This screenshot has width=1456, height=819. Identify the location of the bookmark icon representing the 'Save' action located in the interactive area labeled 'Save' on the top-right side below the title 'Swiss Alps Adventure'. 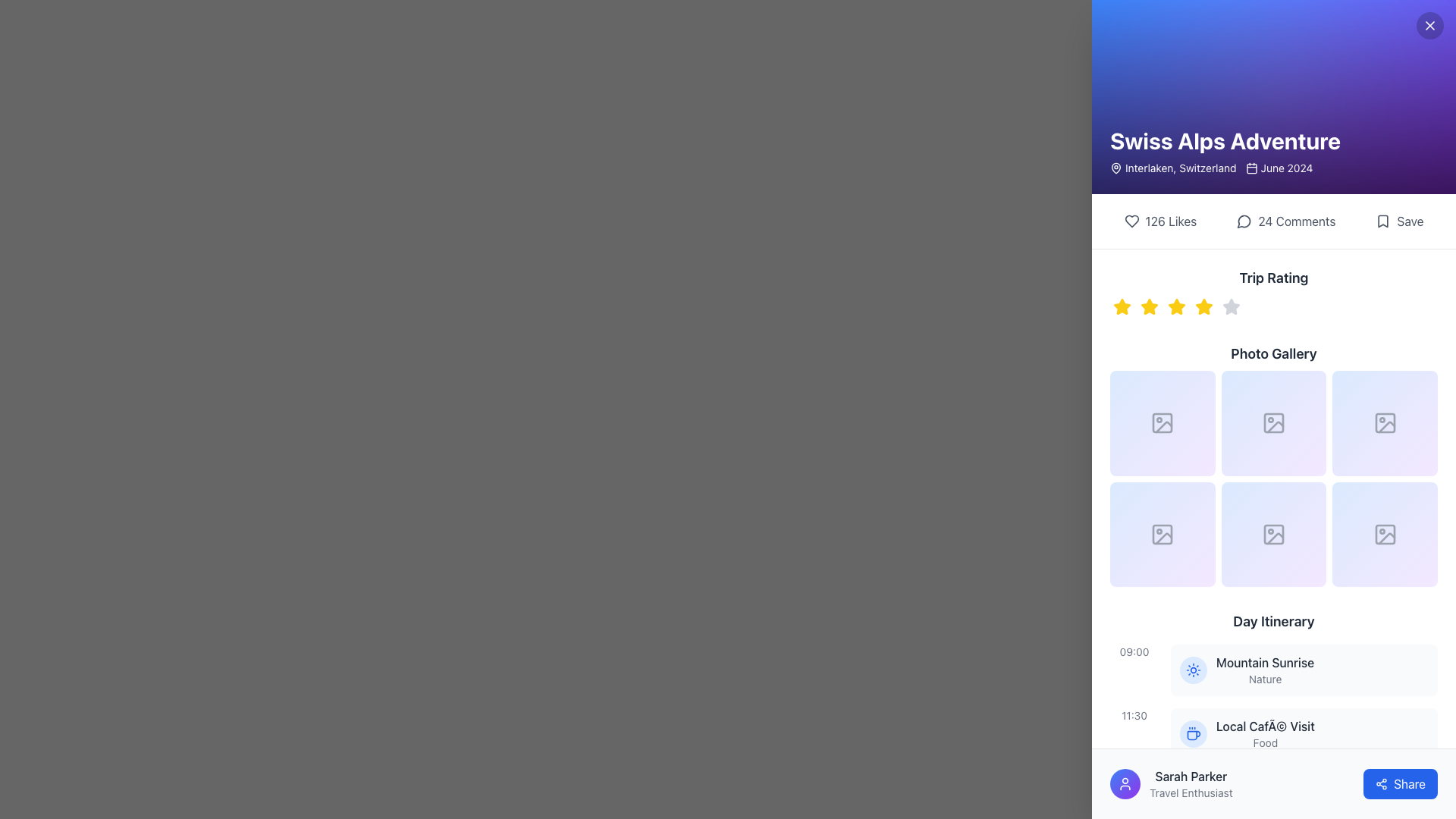
(1383, 221).